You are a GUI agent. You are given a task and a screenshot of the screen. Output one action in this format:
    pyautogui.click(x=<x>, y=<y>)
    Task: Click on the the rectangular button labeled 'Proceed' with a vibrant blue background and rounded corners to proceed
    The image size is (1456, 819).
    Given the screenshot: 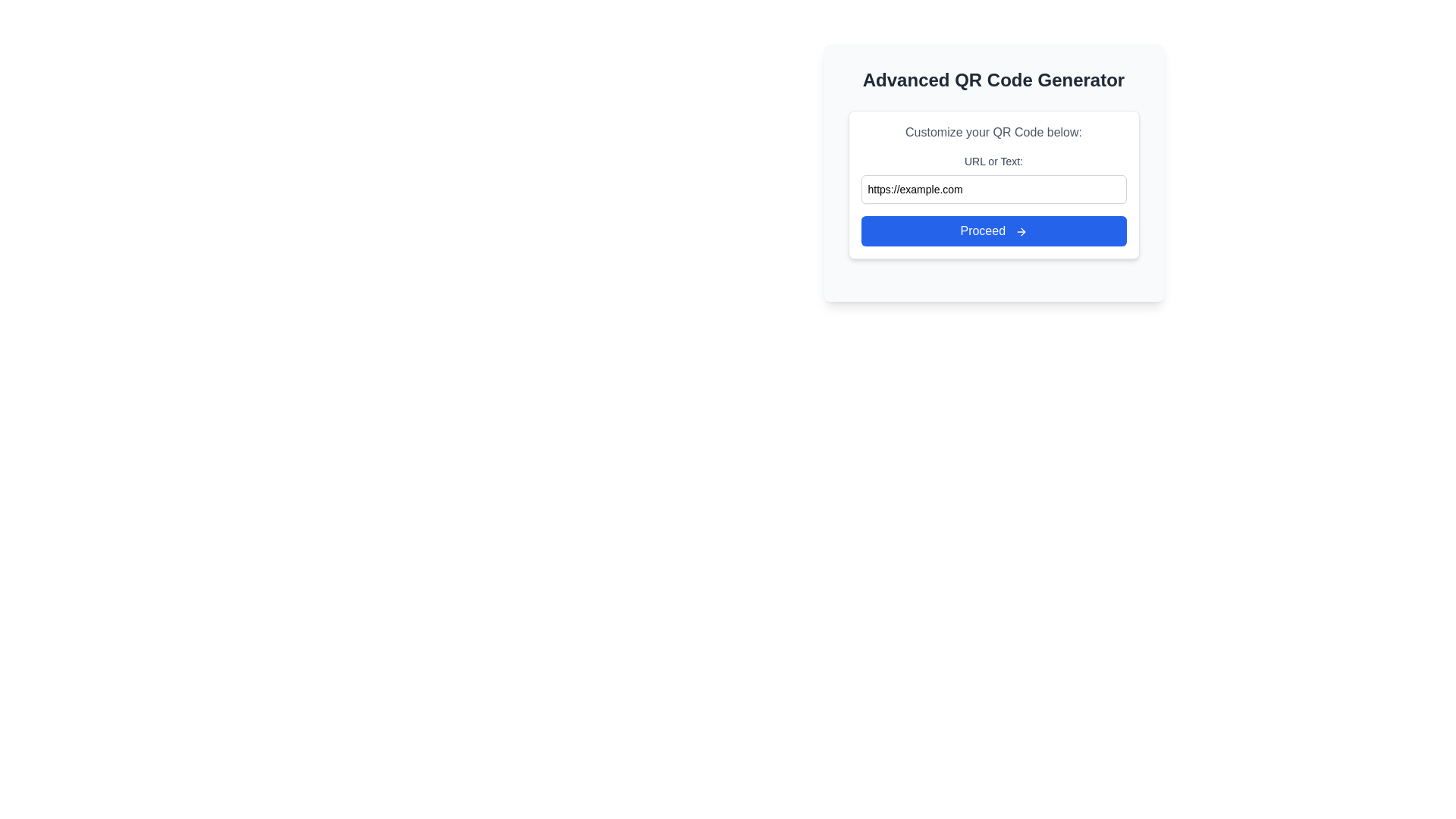 What is the action you would take?
    pyautogui.click(x=993, y=231)
    